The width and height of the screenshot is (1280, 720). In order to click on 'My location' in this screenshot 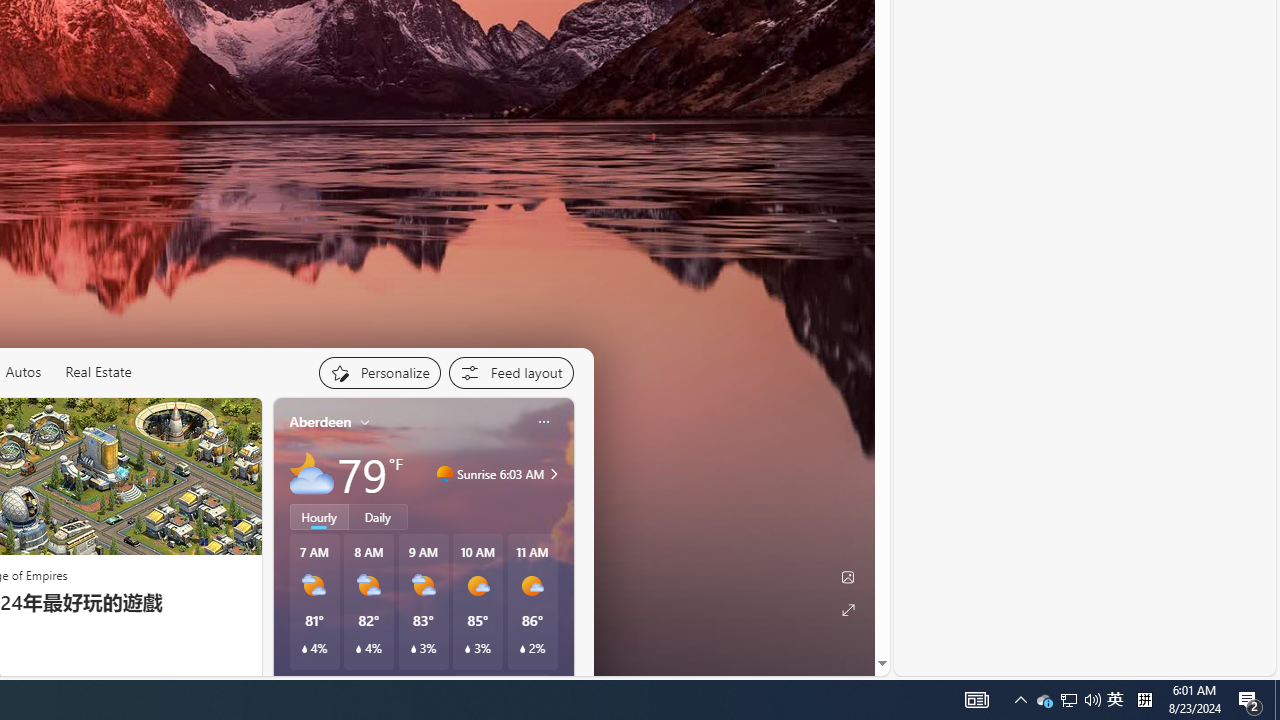, I will do `click(365, 420)`.